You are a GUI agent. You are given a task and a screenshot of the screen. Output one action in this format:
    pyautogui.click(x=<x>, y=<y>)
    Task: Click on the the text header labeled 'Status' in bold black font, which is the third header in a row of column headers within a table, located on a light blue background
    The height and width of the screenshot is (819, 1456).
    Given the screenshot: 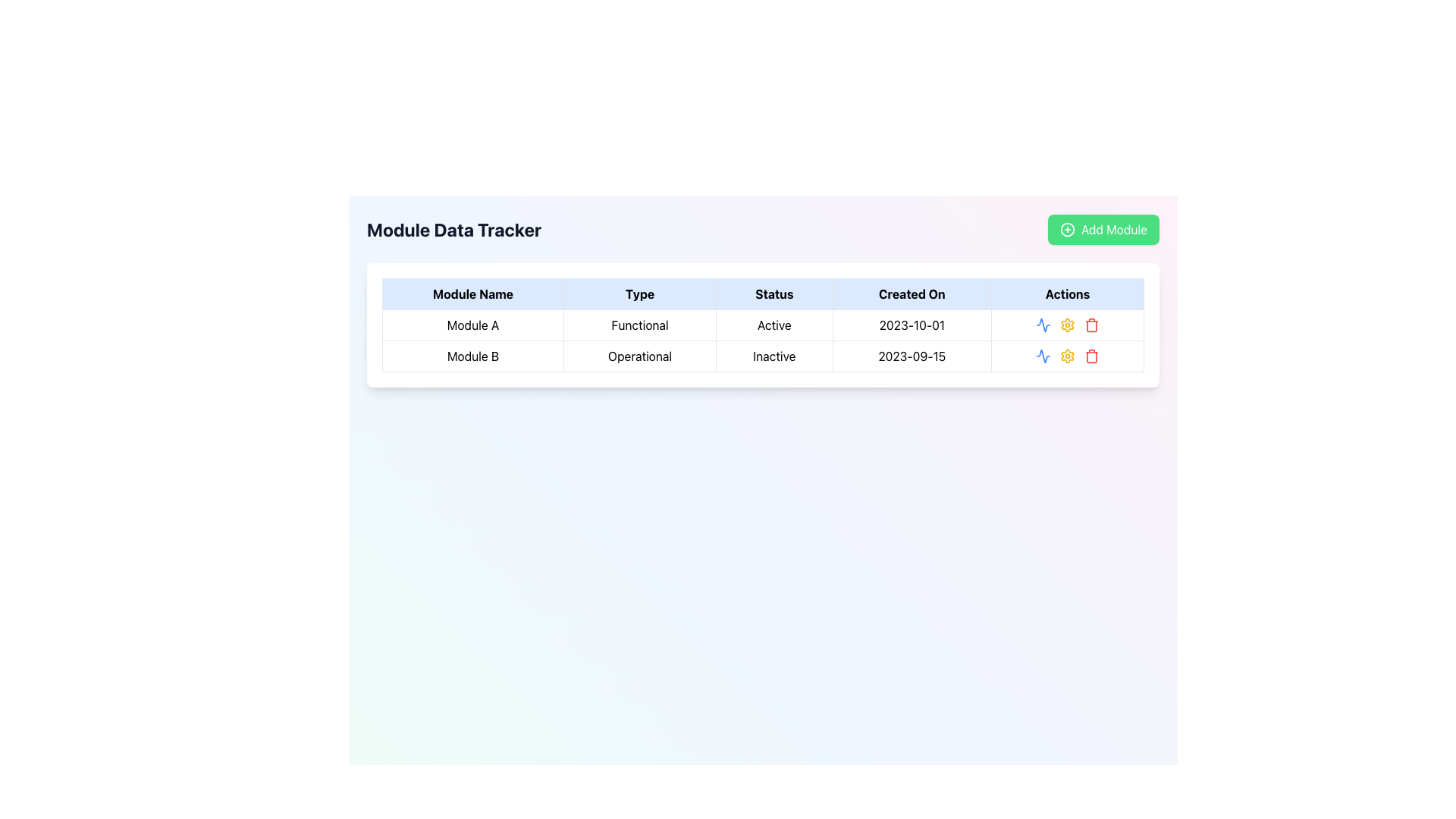 What is the action you would take?
    pyautogui.click(x=774, y=294)
    